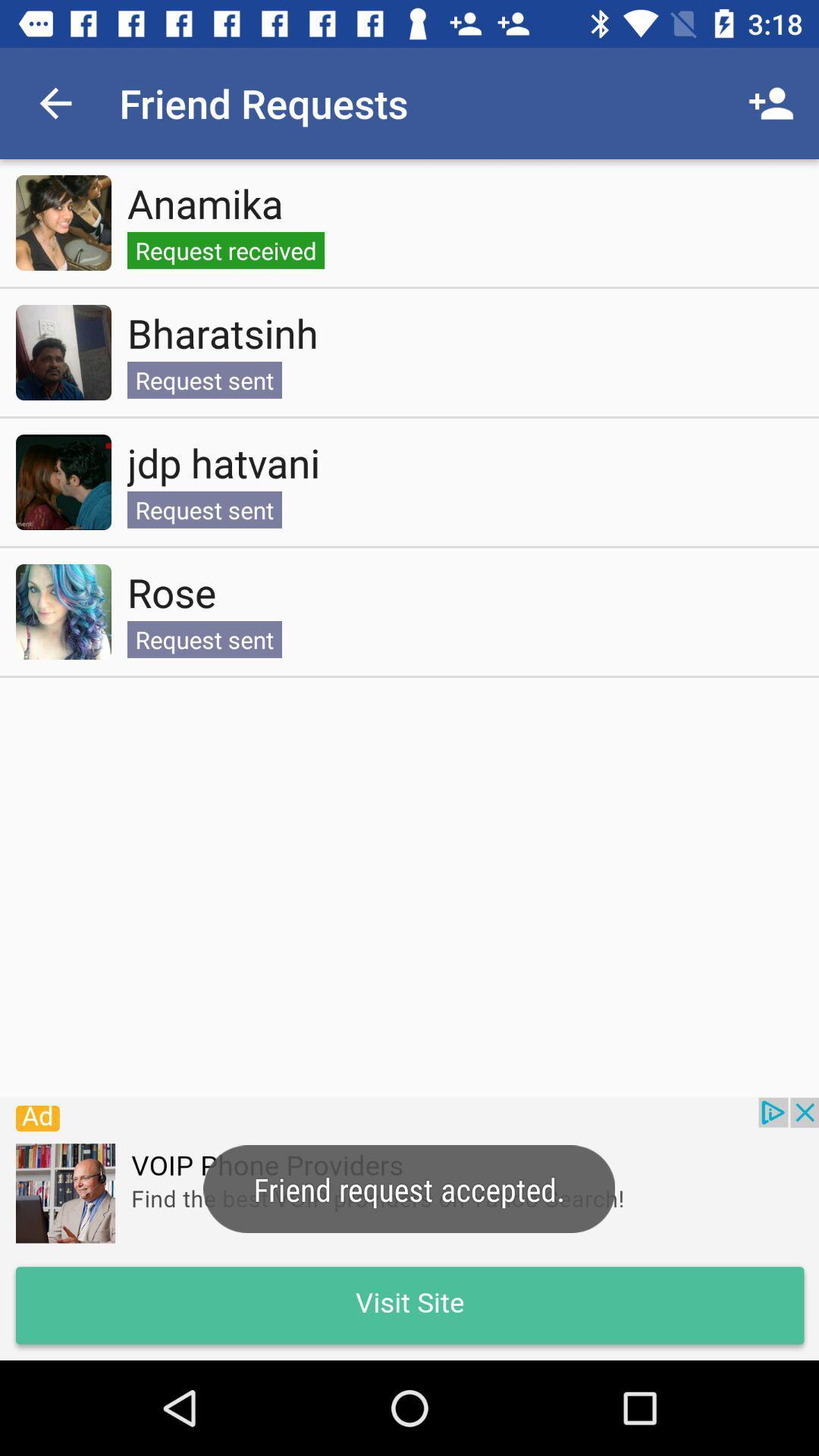 The height and width of the screenshot is (1456, 819). Describe the element at coordinates (63, 482) in the screenshot. I see `user` at that location.